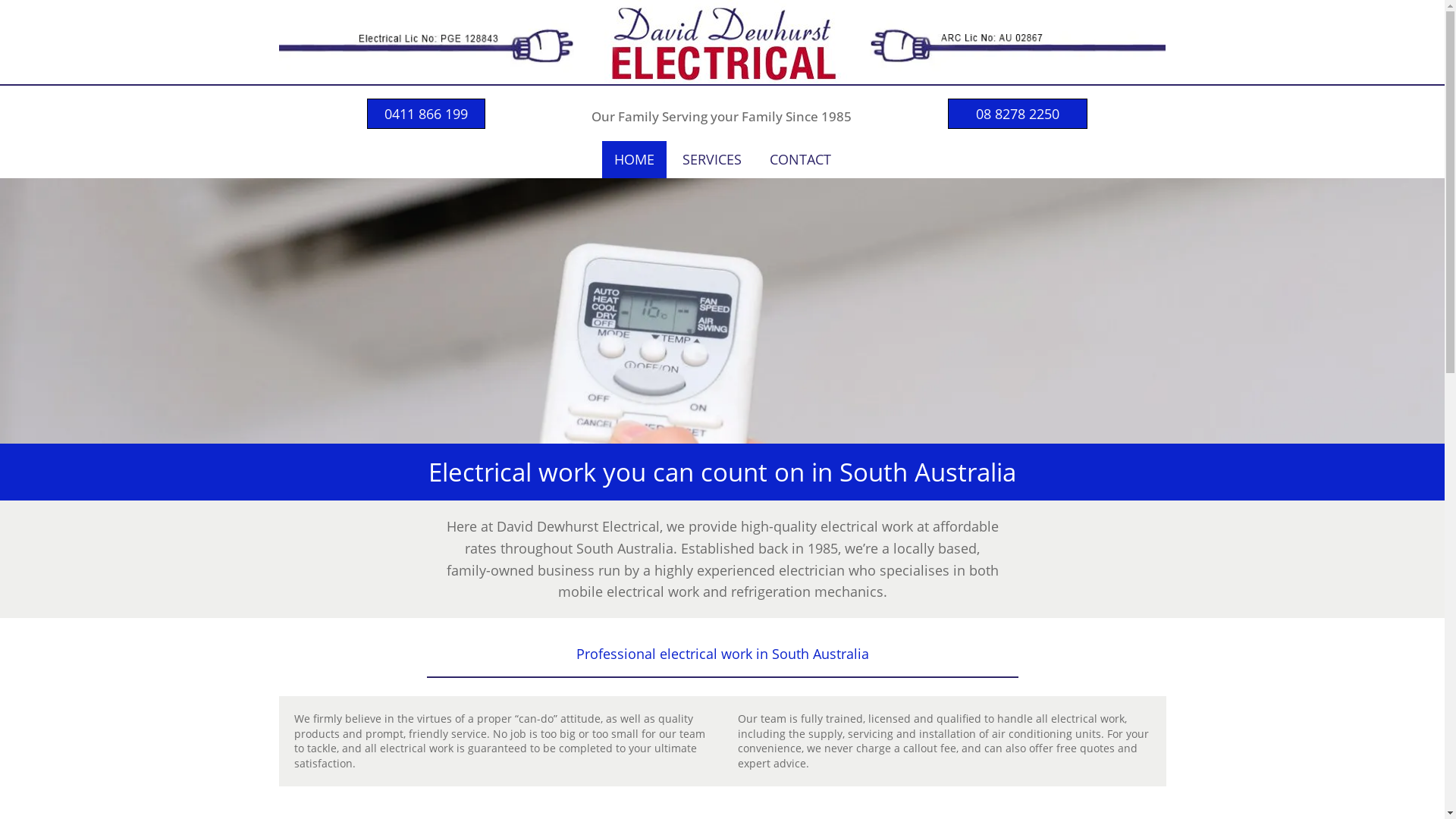 Image resolution: width=1456 pixels, height=819 pixels. I want to click on 'david dewhurst electrical licence number    ', so click(425, 39).